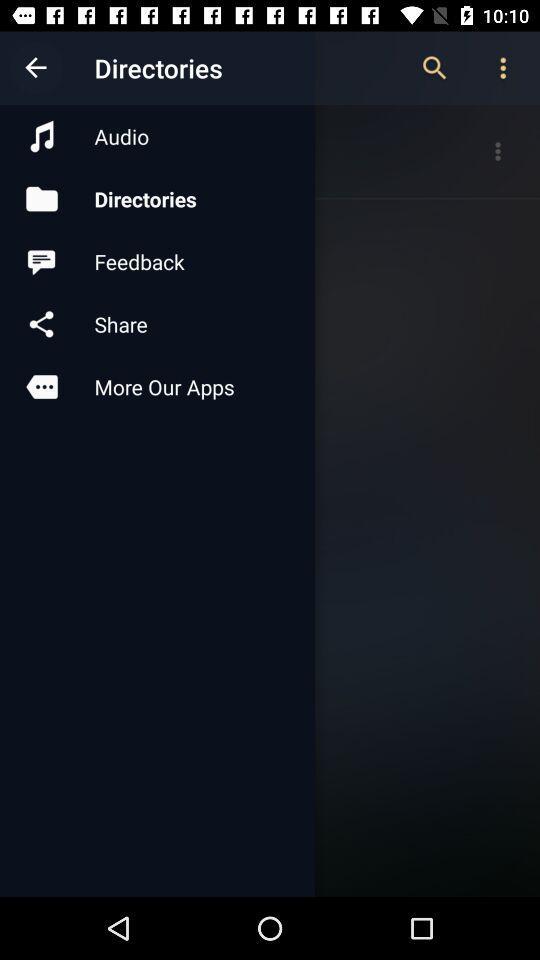 The image size is (540, 960). I want to click on the audio, so click(156, 135).